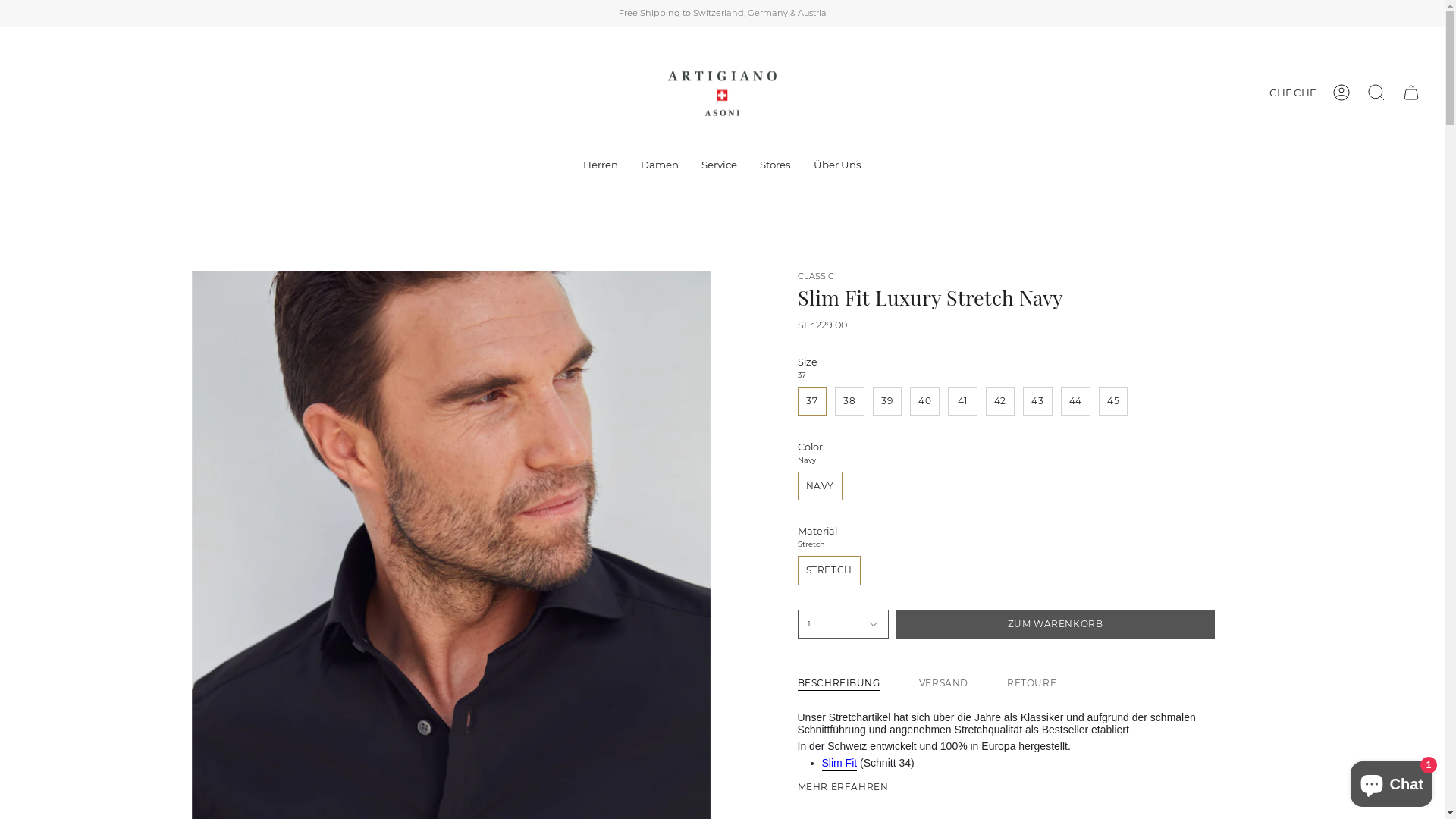 The image size is (1456, 819). Describe the element at coordinates (1394, 93) in the screenshot. I see `'Warenkorb'` at that location.